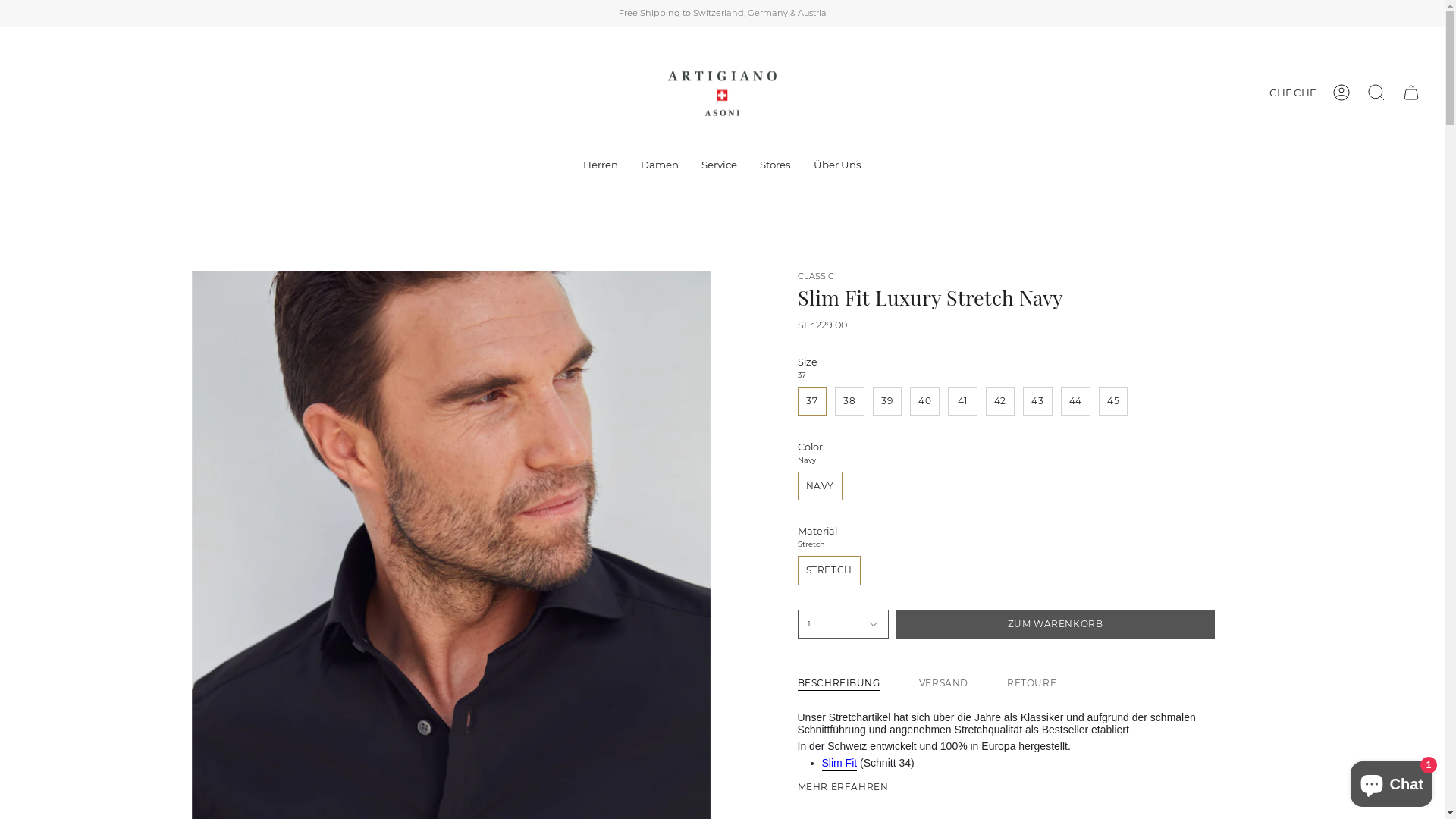 The image size is (1456, 819). Describe the element at coordinates (1394, 93) in the screenshot. I see `'Warenkorb'` at that location.